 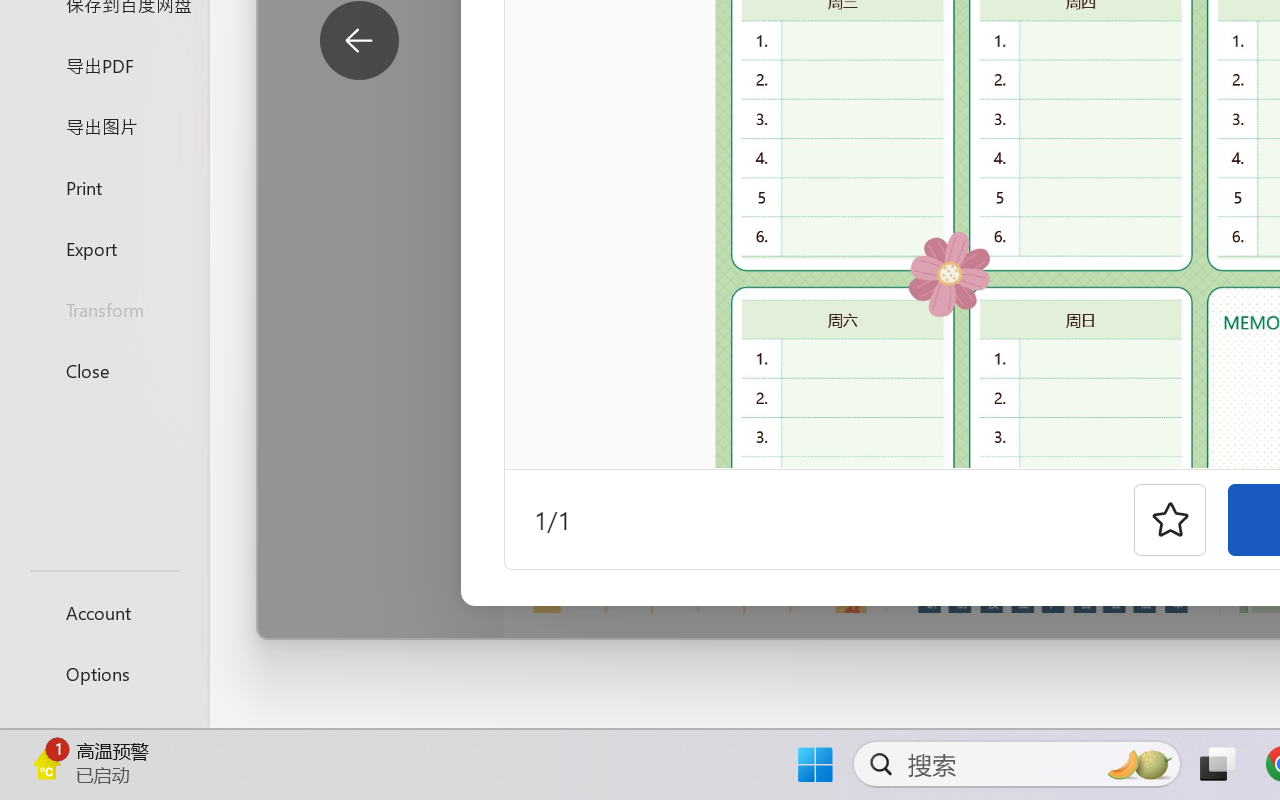 I want to click on 'Options', so click(x=103, y=673).